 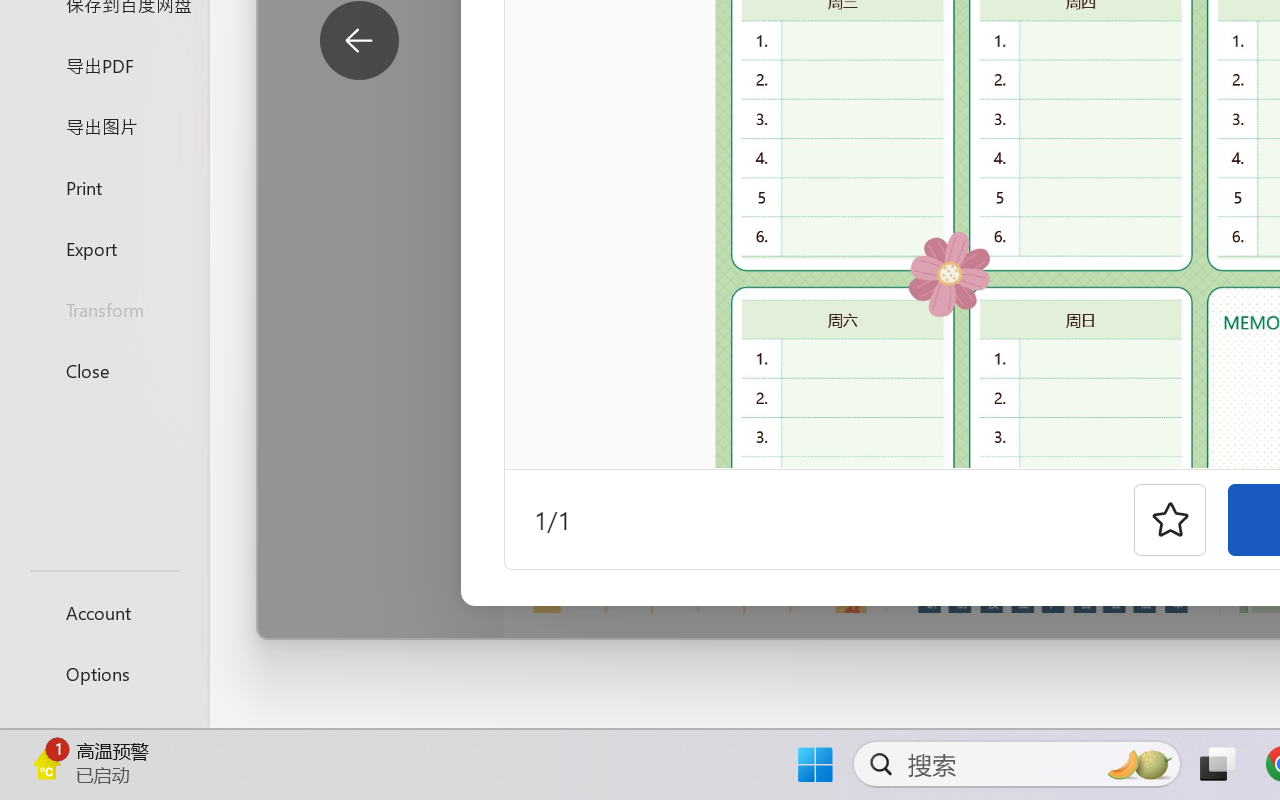 I want to click on 'Options', so click(x=103, y=673).